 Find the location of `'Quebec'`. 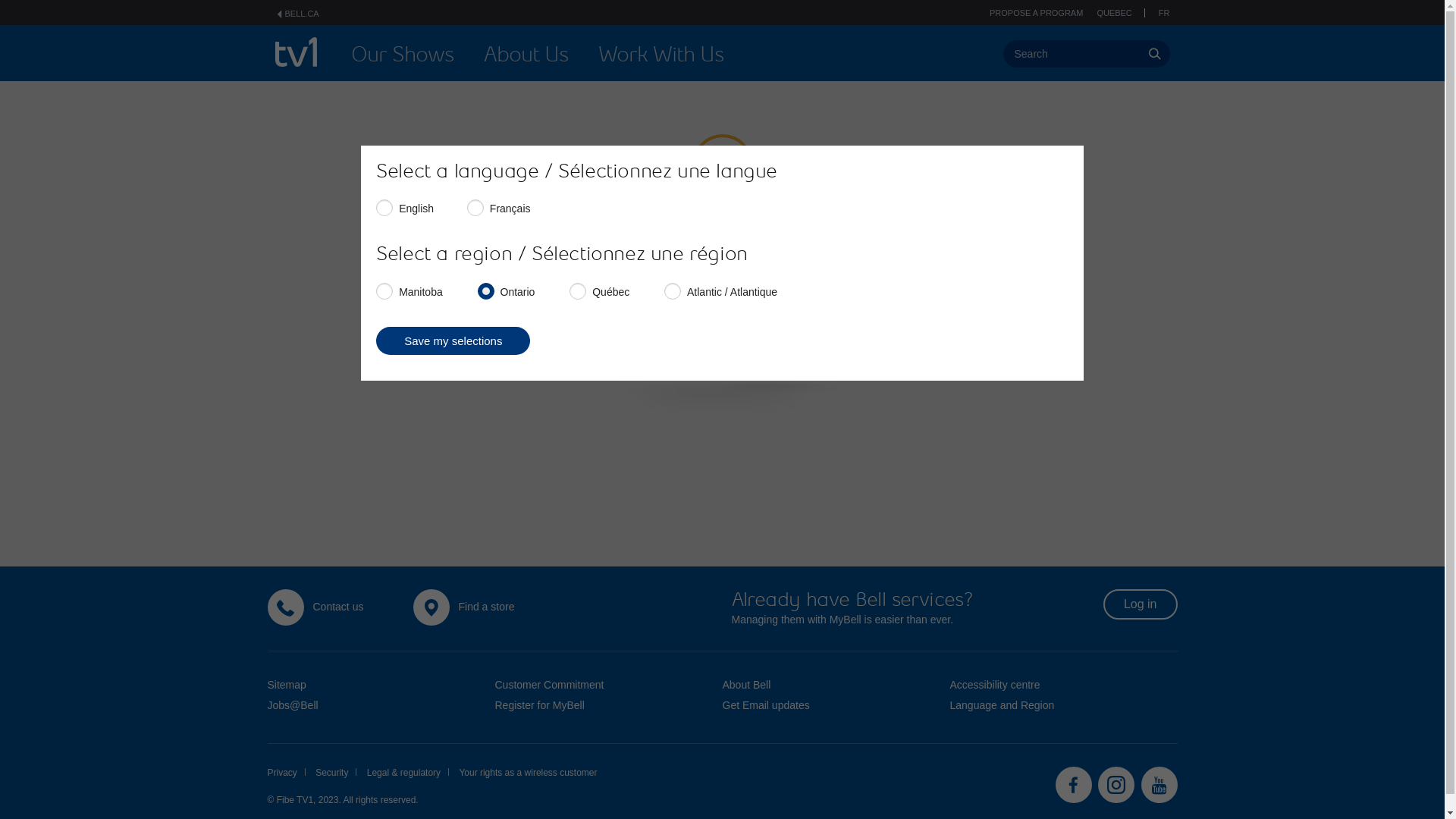

'Quebec' is located at coordinates (573, 287).